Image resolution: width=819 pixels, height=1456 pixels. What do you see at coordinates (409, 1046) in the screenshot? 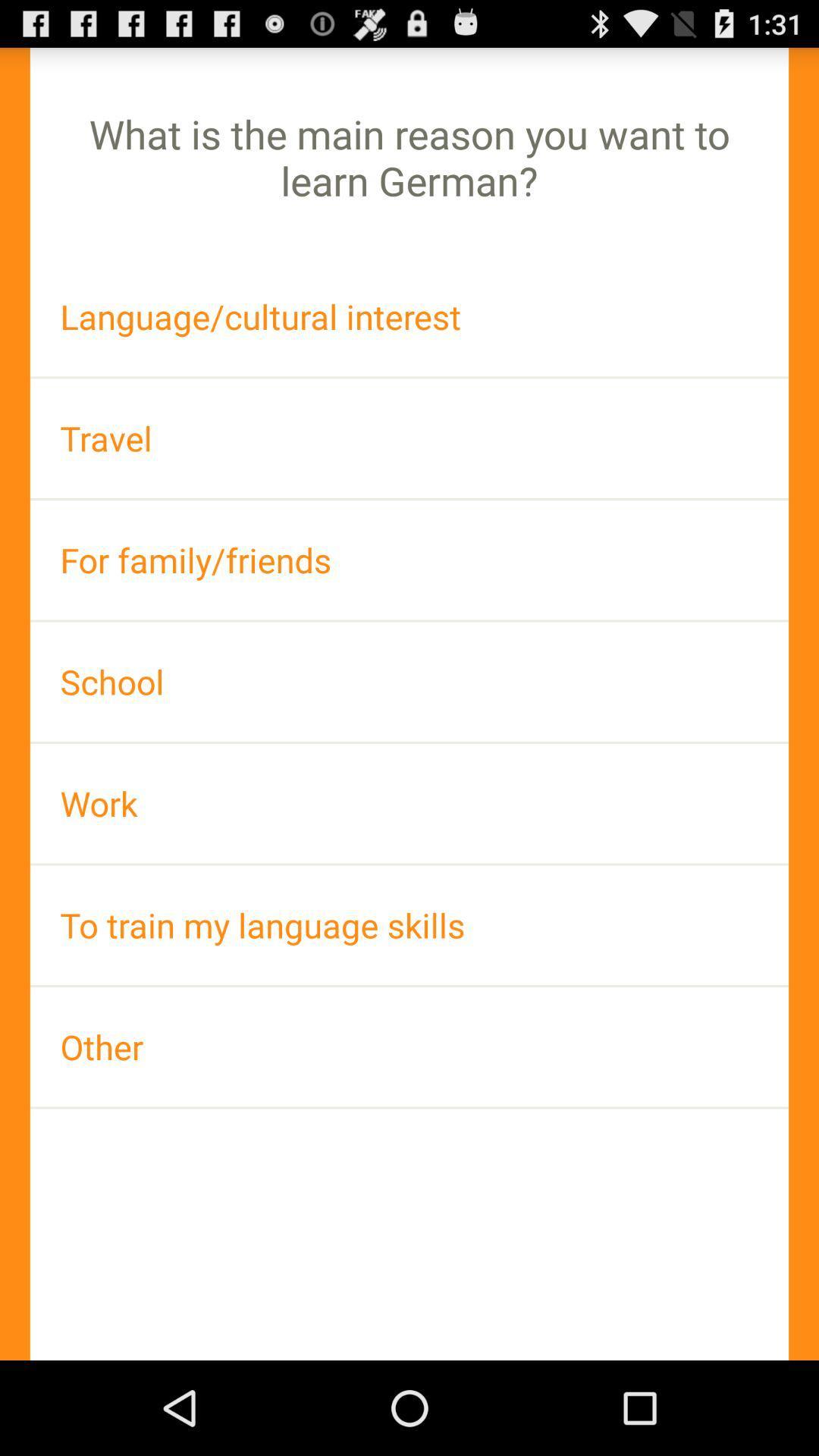
I see `other icon` at bounding box center [409, 1046].